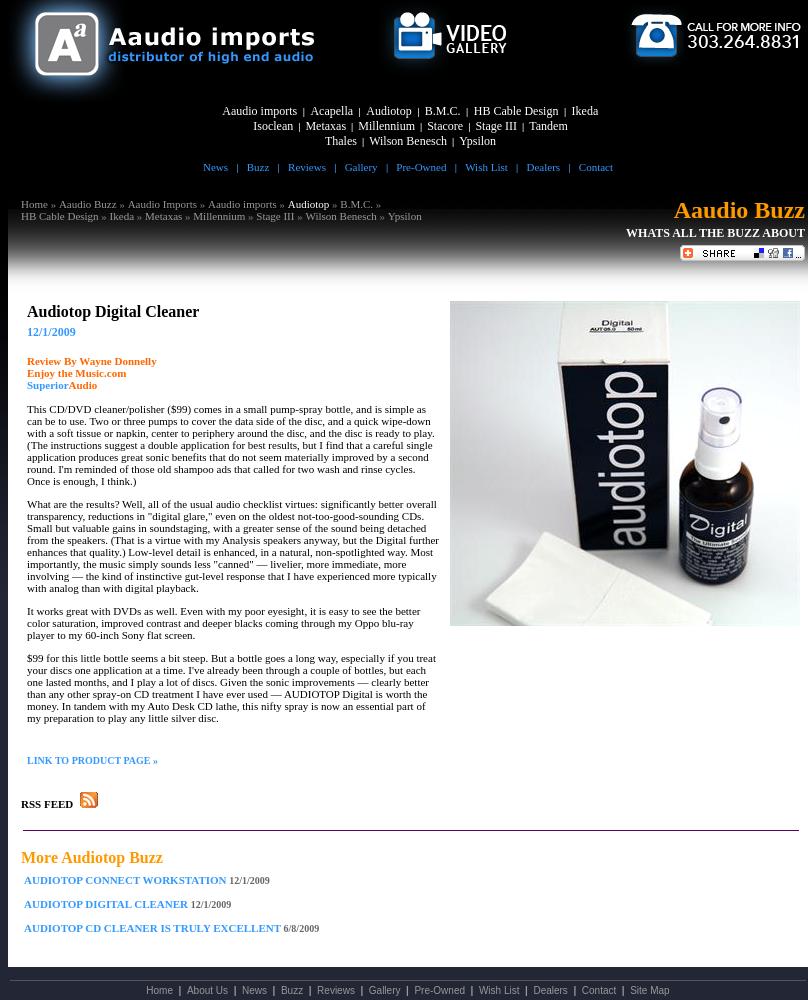  Describe the element at coordinates (77, 372) in the screenshot. I see `'Enjoy the Music.com'` at that location.